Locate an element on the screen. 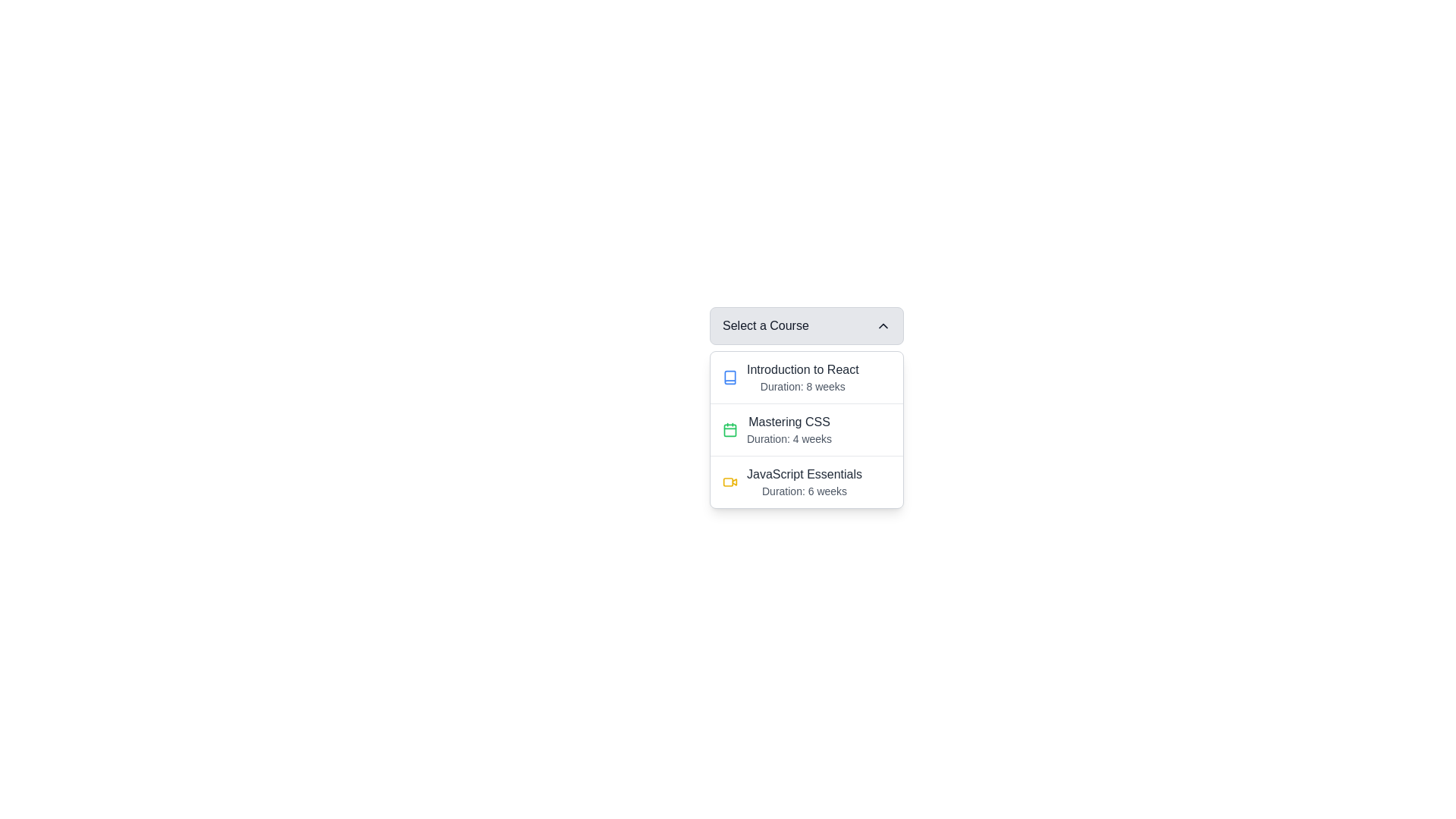  the list item labeled 'JavaScript Essentials' is located at coordinates (806, 482).